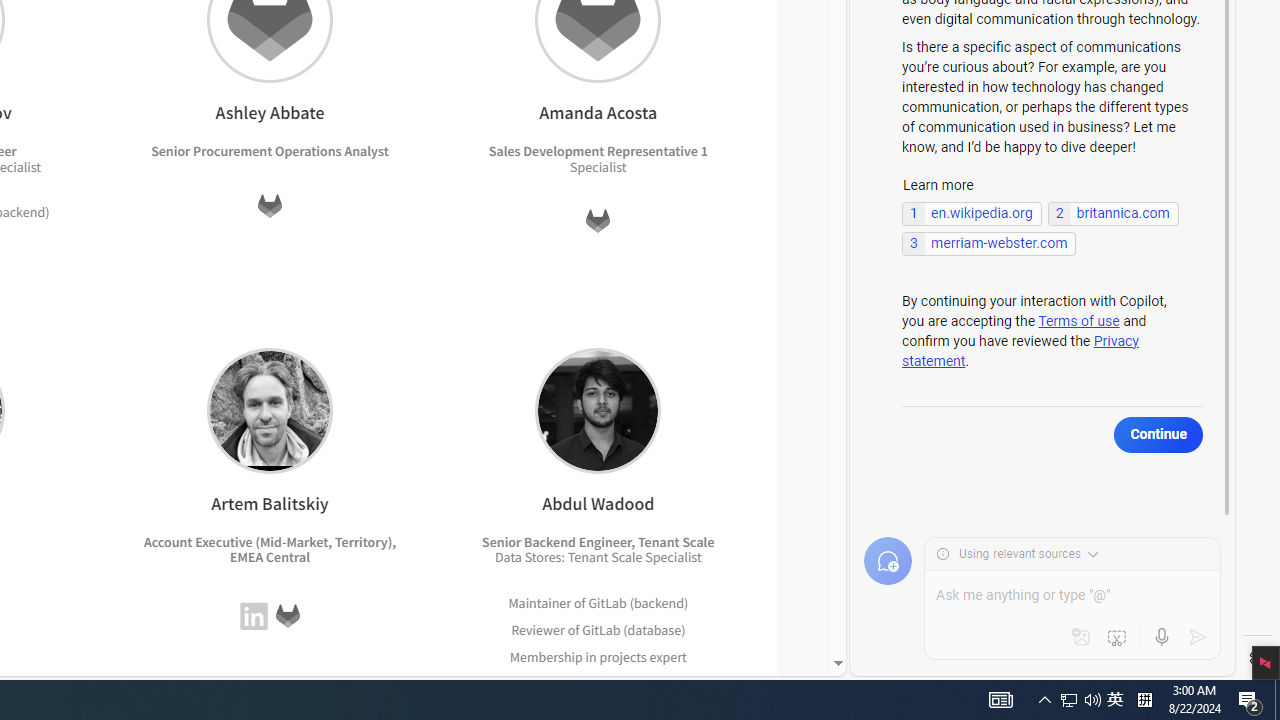  I want to click on 'Senior Procurement Operations Analyst', so click(269, 150).